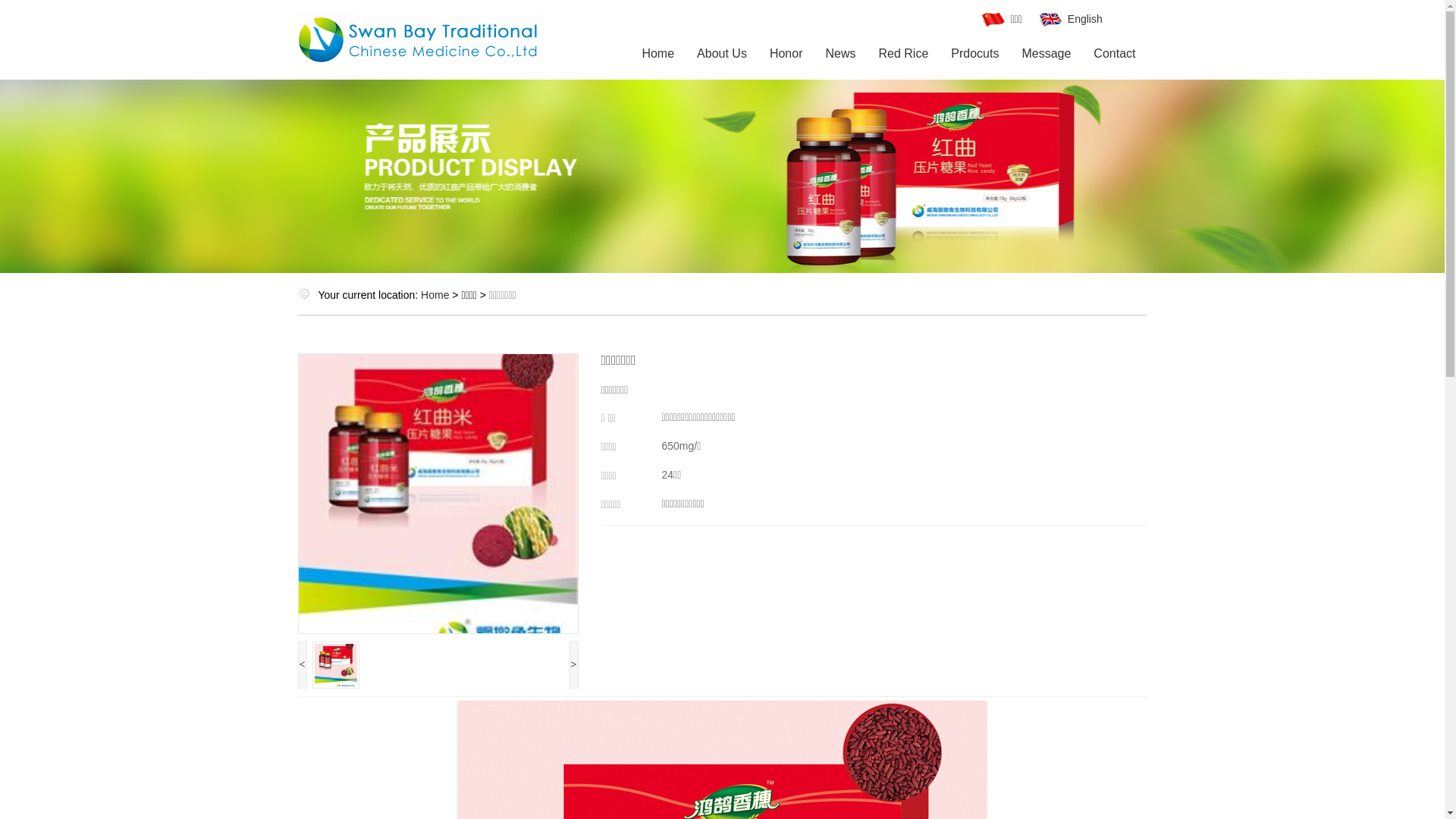 This screenshot has width=1456, height=819. I want to click on 'Prdocuts', so click(974, 52).